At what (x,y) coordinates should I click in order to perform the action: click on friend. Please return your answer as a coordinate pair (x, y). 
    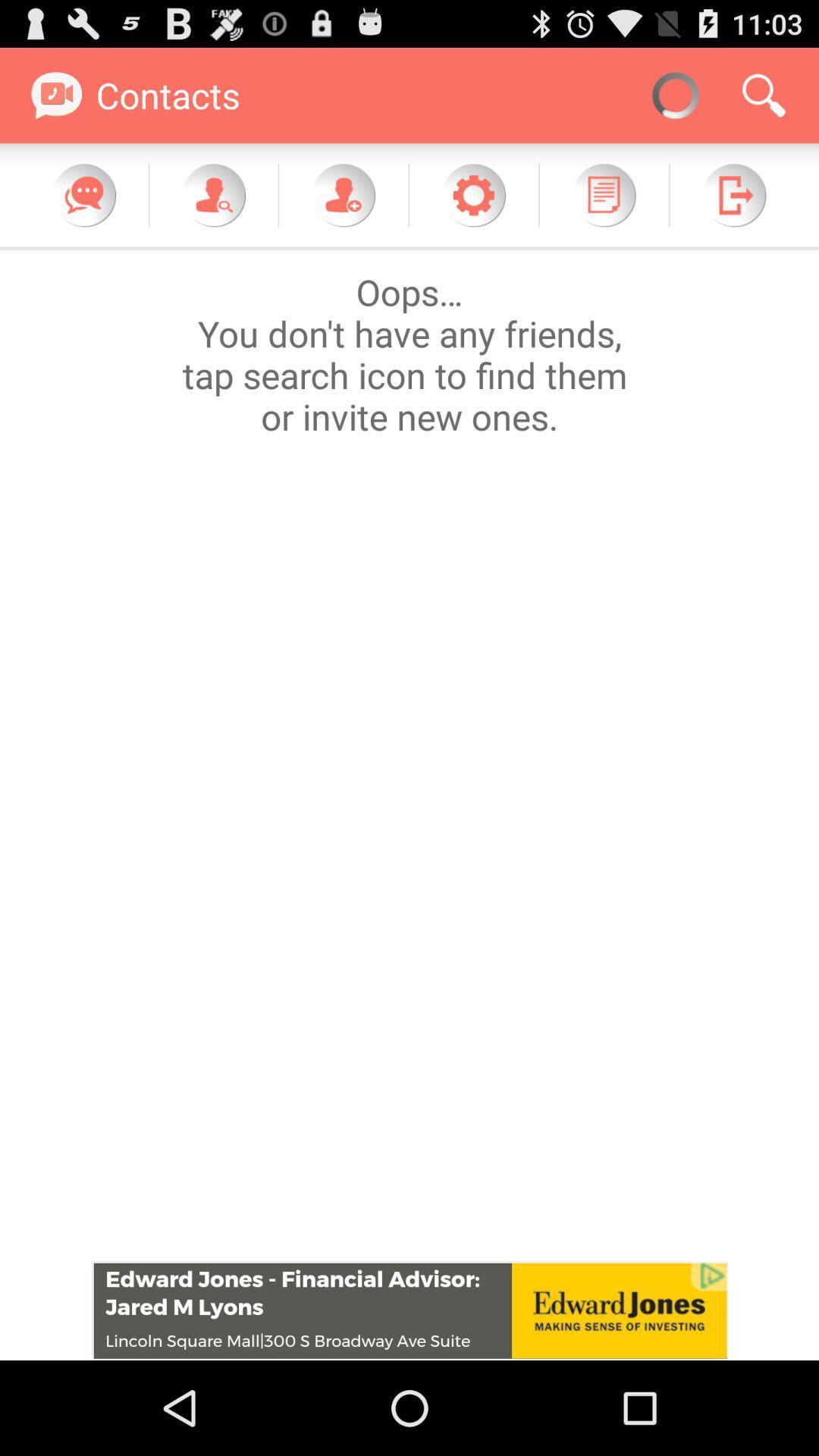
    Looking at the image, I should click on (343, 194).